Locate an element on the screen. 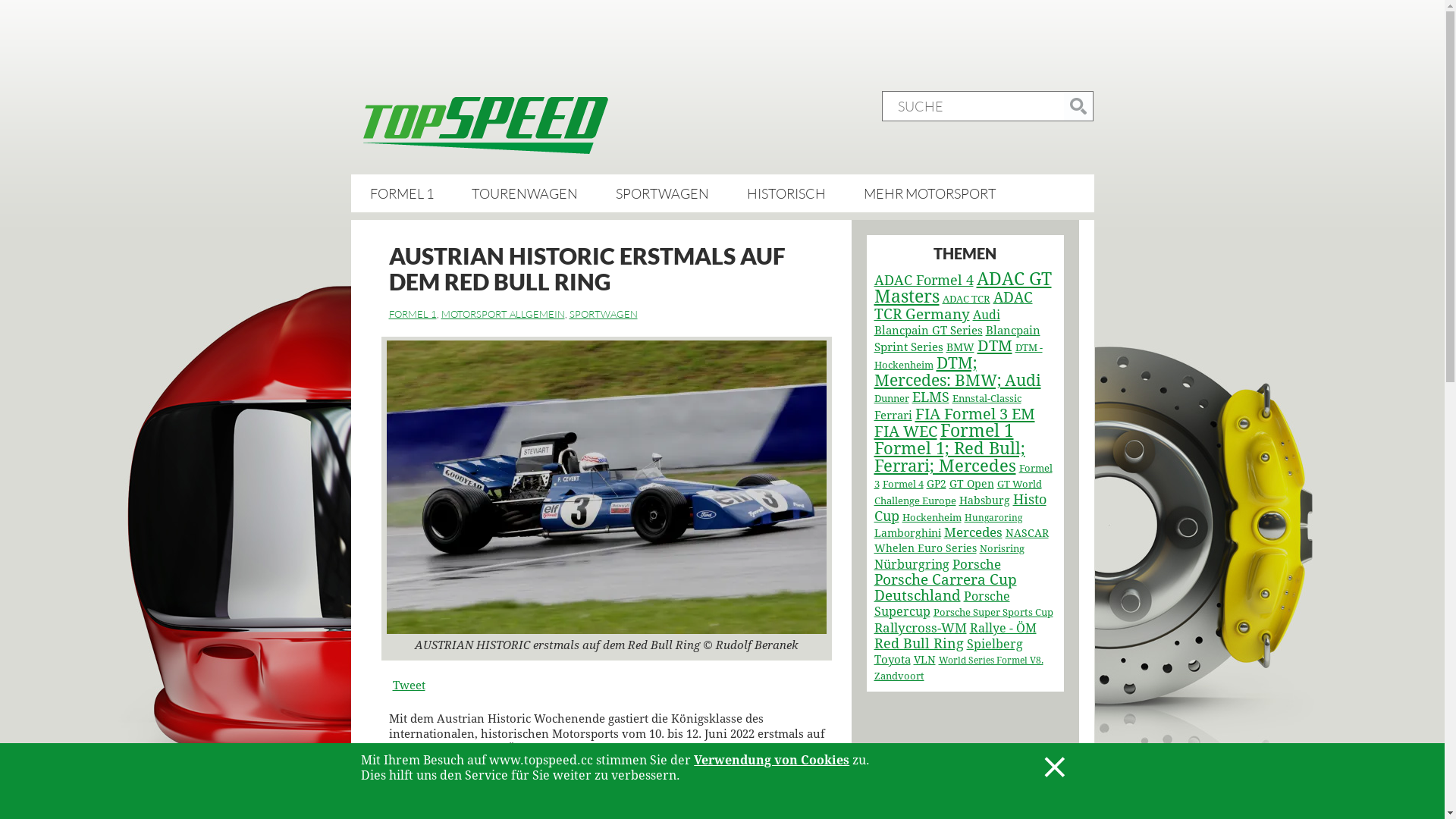  'Absenden' is located at coordinates (1062, 105).